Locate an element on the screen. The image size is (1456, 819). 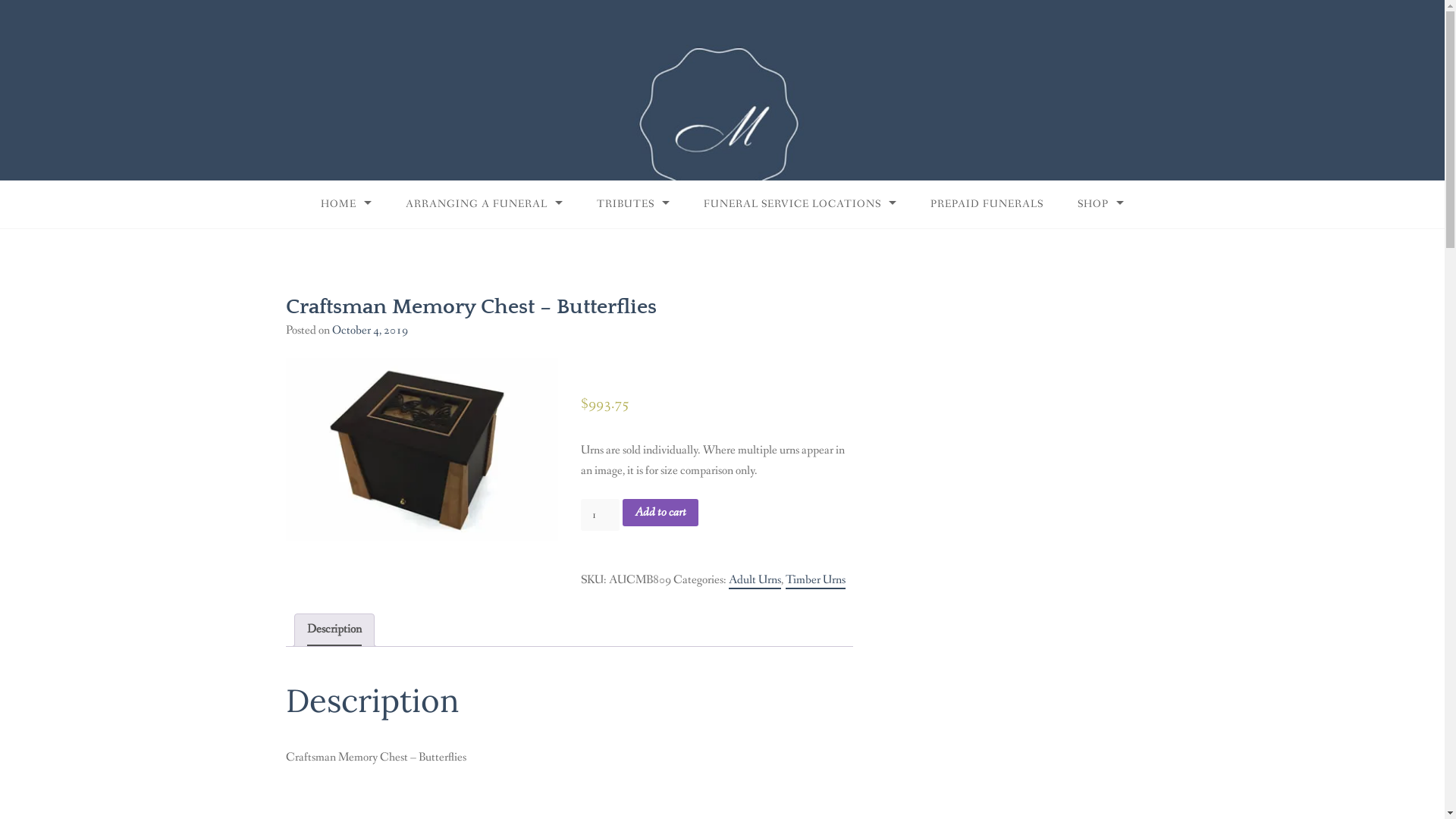
'HOME' is located at coordinates (345, 203).